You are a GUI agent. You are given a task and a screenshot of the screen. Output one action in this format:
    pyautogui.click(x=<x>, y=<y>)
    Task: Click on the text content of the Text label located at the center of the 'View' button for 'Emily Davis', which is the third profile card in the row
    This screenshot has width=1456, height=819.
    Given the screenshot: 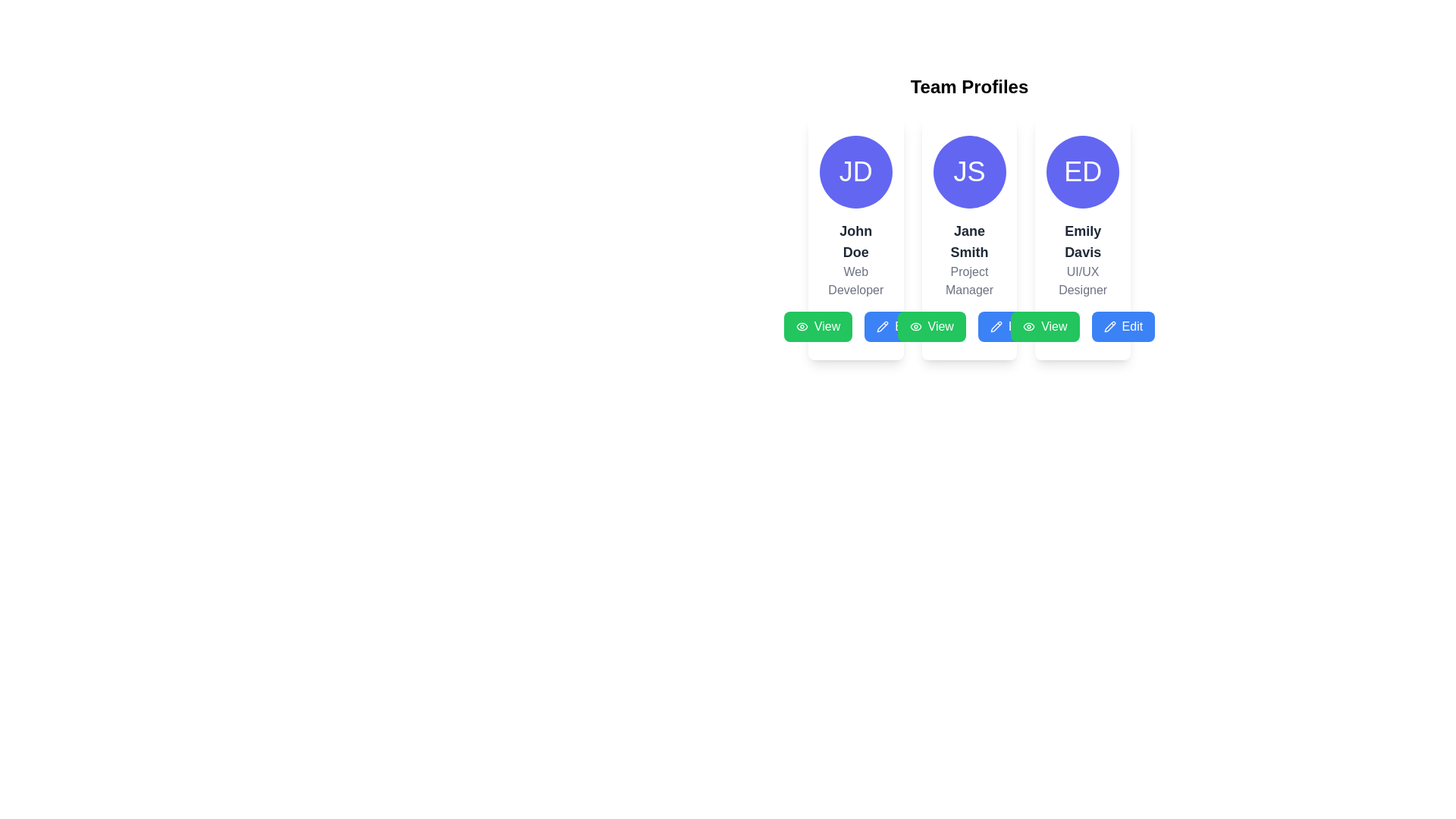 What is the action you would take?
    pyautogui.click(x=1053, y=326)
    